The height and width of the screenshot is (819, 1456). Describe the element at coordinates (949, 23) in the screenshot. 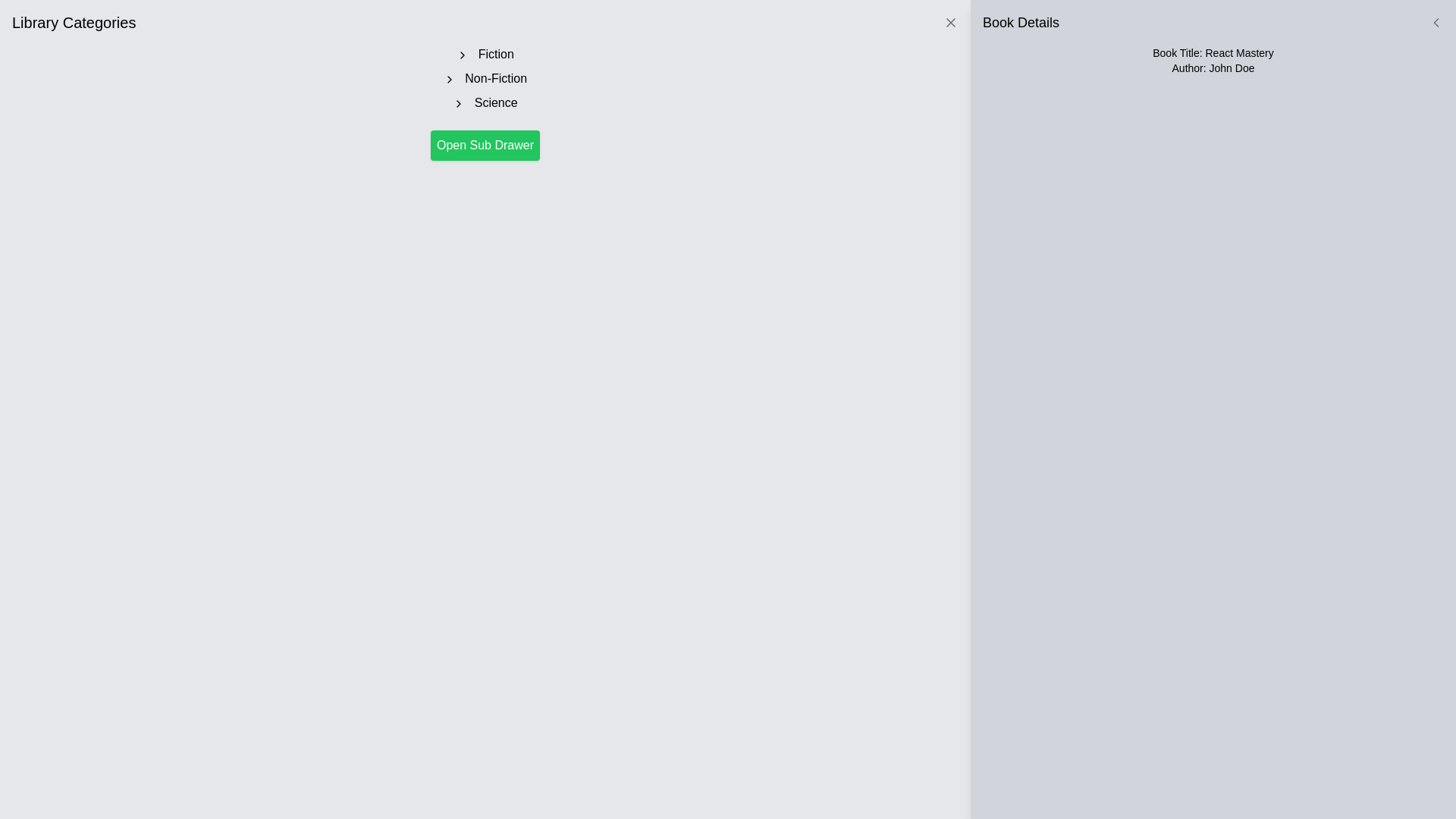

I see `the close icon, which is a small cross icon styled with thin lines forming an 'X' shape, located at the top-right corner of the application interface` at that location.